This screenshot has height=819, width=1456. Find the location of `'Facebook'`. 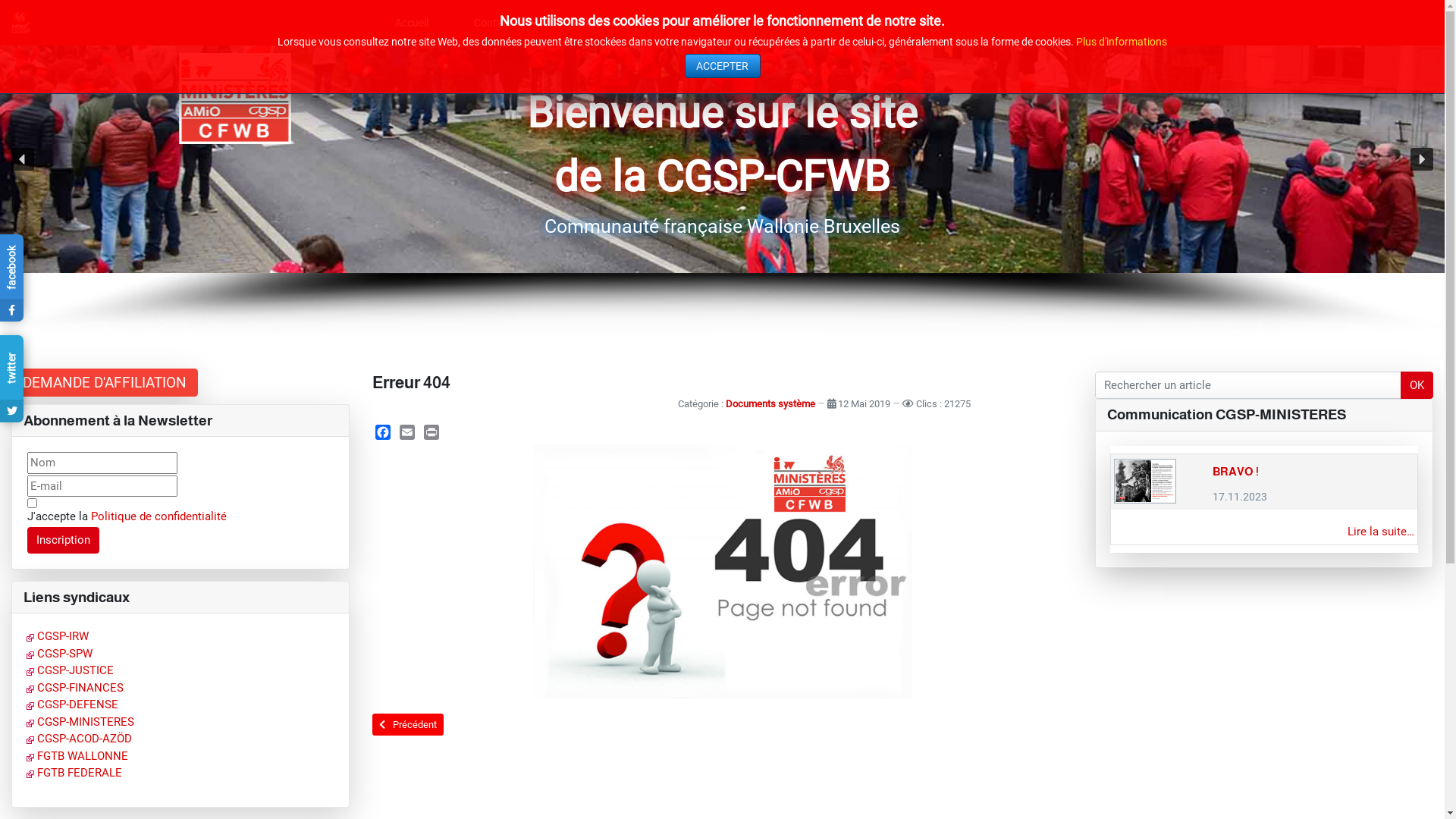

'Facebook' is located at coordinates (382, 432).